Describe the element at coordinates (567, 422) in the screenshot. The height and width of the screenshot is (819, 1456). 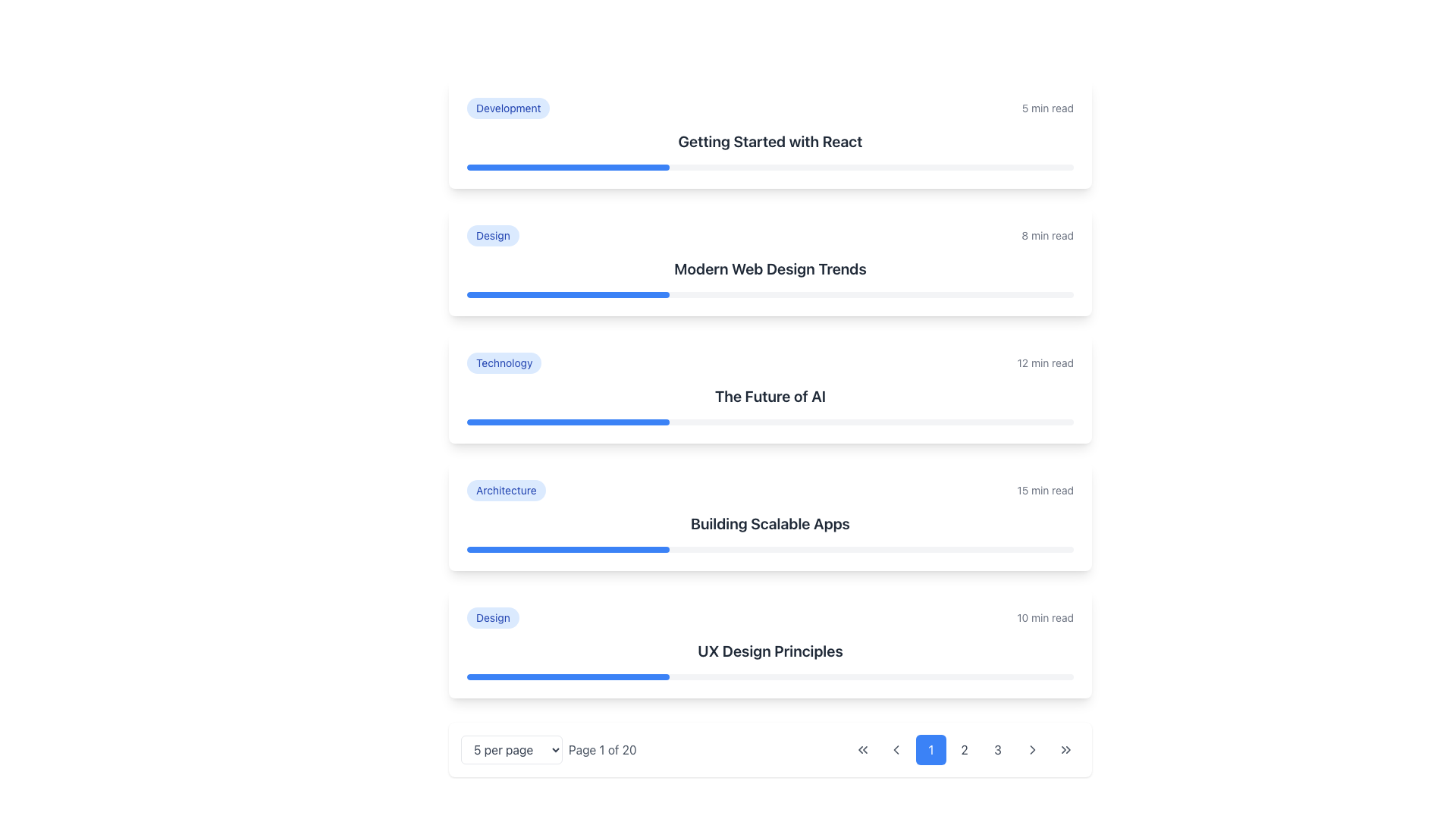
I see `the progress visually by interacting with the blue-colored progress bar segment located at the beginning of the progress bar in the 'The Future of AI' section` at that location.